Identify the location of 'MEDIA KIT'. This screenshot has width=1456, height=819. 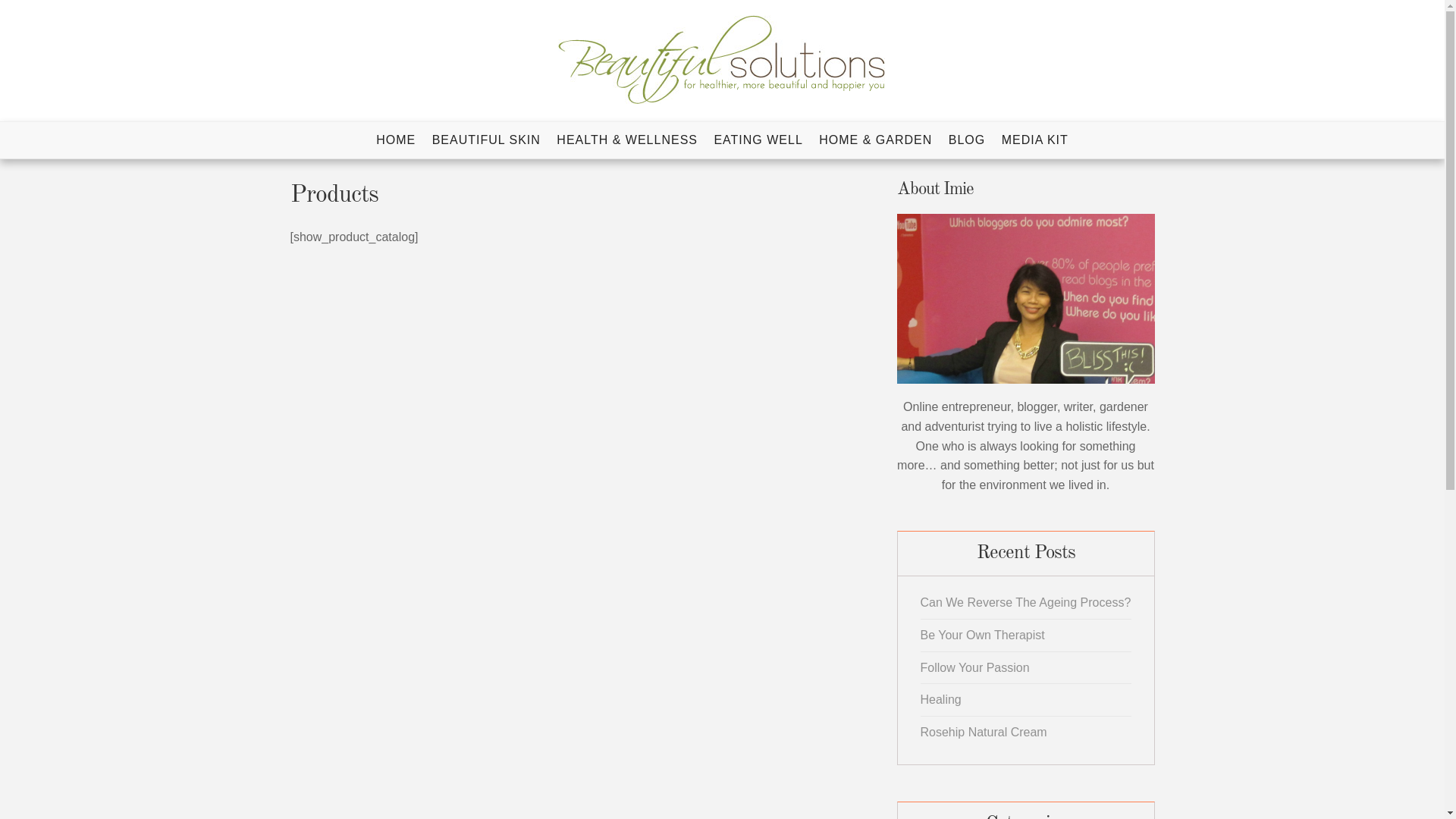
(996, 140).